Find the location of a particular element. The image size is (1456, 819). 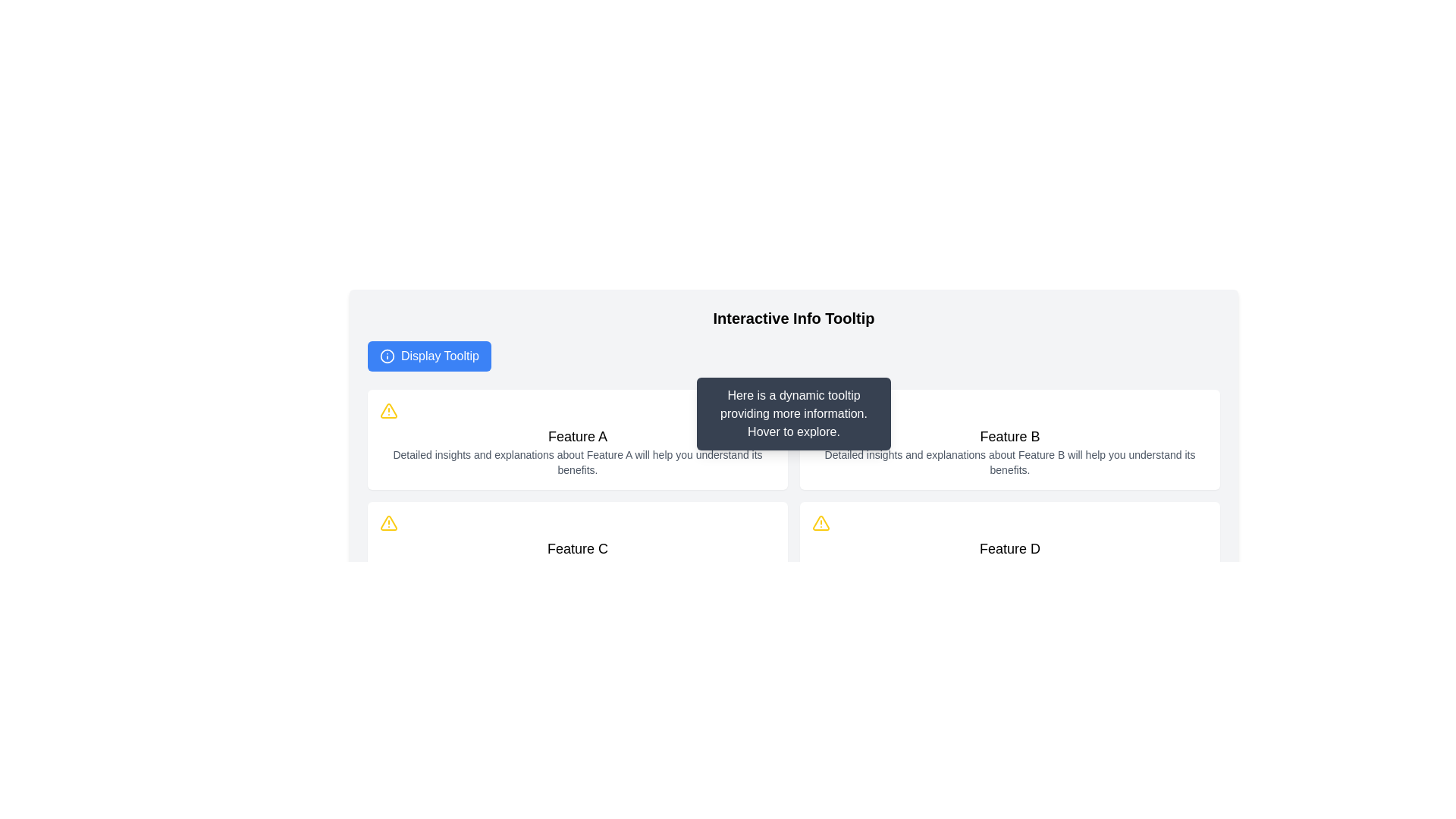

the text label displaying 'Feature C', which is bold and prominently styled, located in the third column of a grid layout under the header text 'Feature C' is located at coordinates (577, 549).